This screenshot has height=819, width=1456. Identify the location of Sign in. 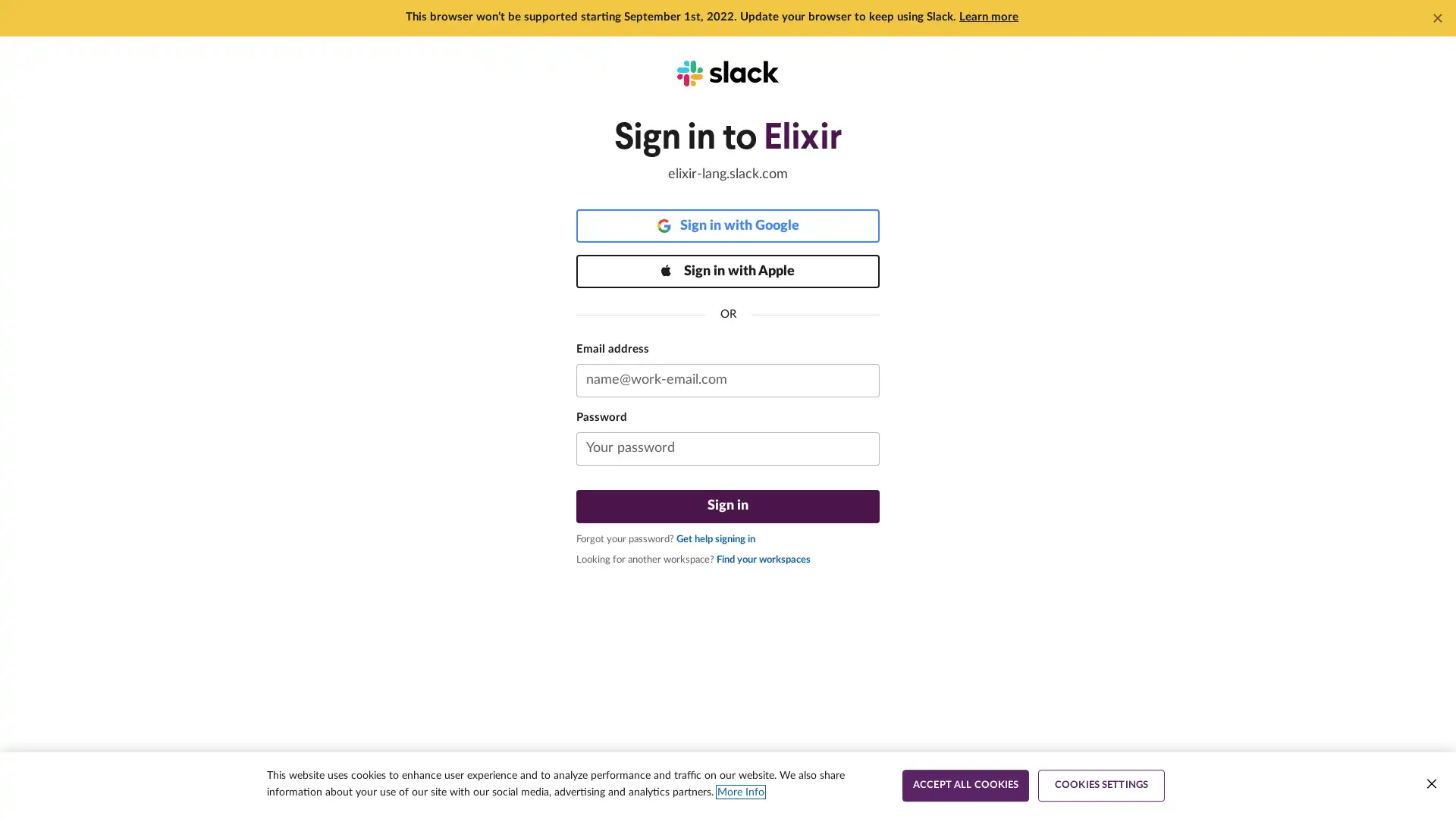
(728, 506).